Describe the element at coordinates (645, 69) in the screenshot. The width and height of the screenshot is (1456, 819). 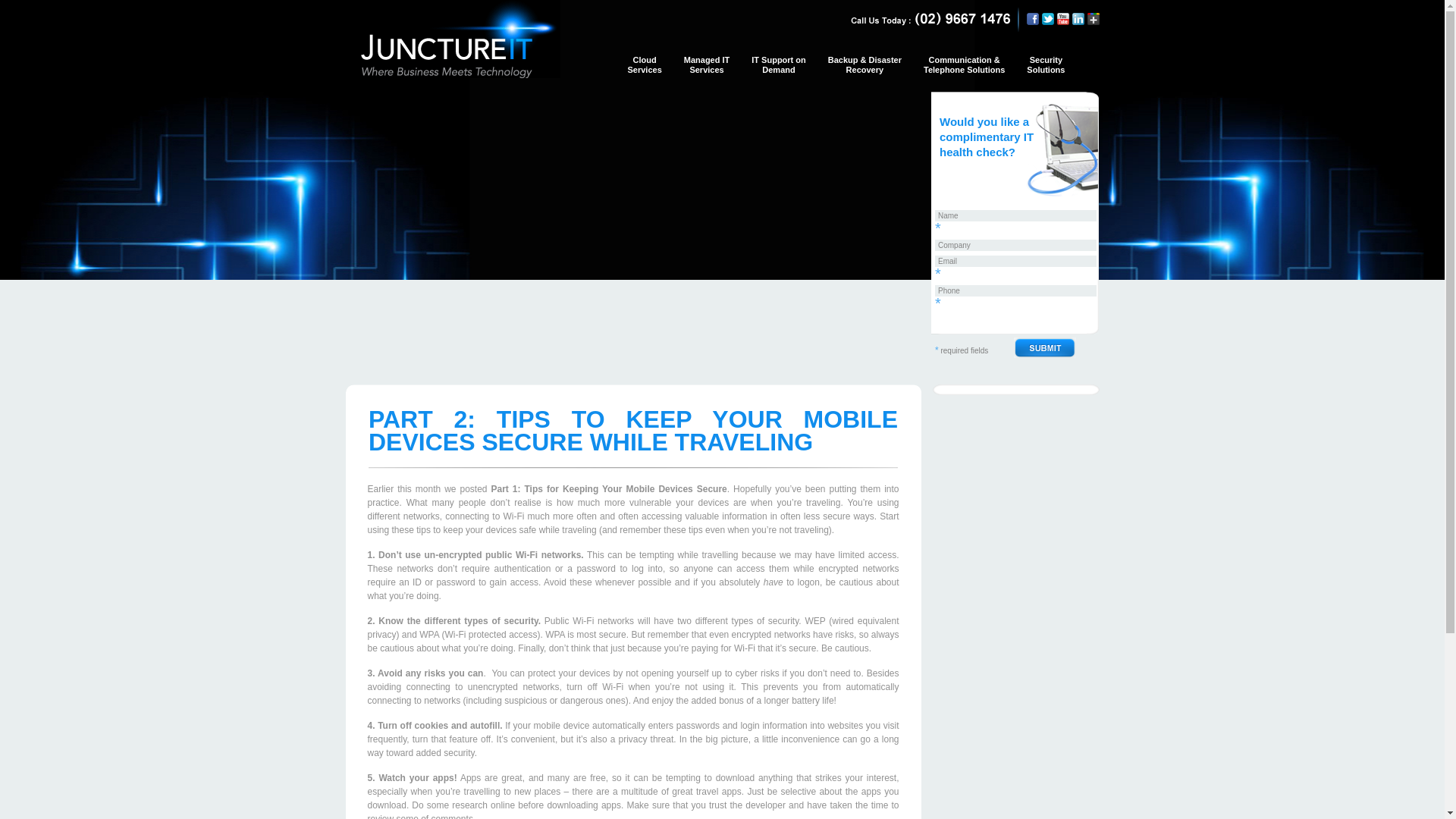
I see `'Cloud` at that location.